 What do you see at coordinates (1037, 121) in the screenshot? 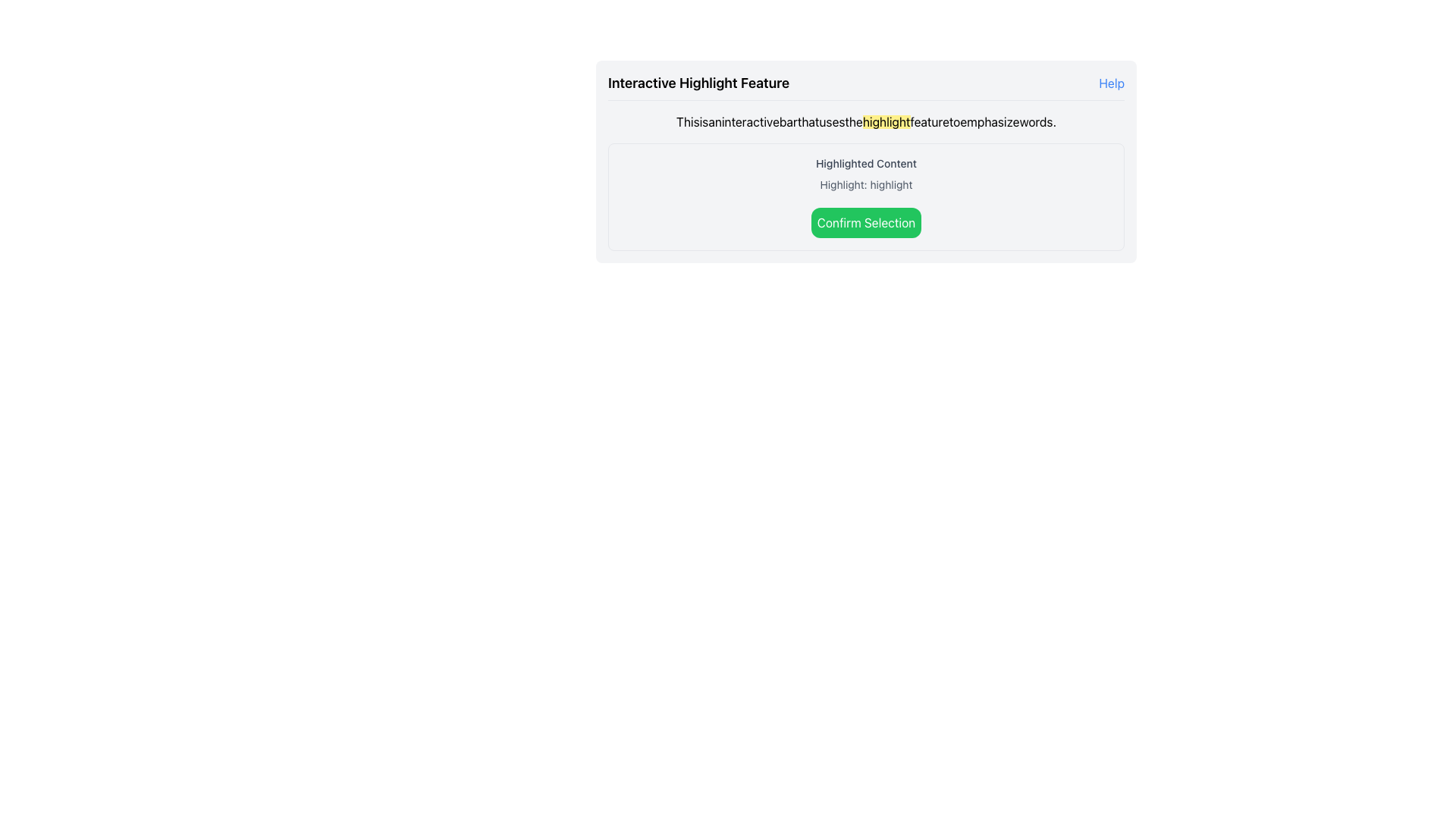
I see `the text display element containing the string 'words.' which is positioned at the end of a sentence, following the text 'emphasize'` at bounding box center [1037, 121].